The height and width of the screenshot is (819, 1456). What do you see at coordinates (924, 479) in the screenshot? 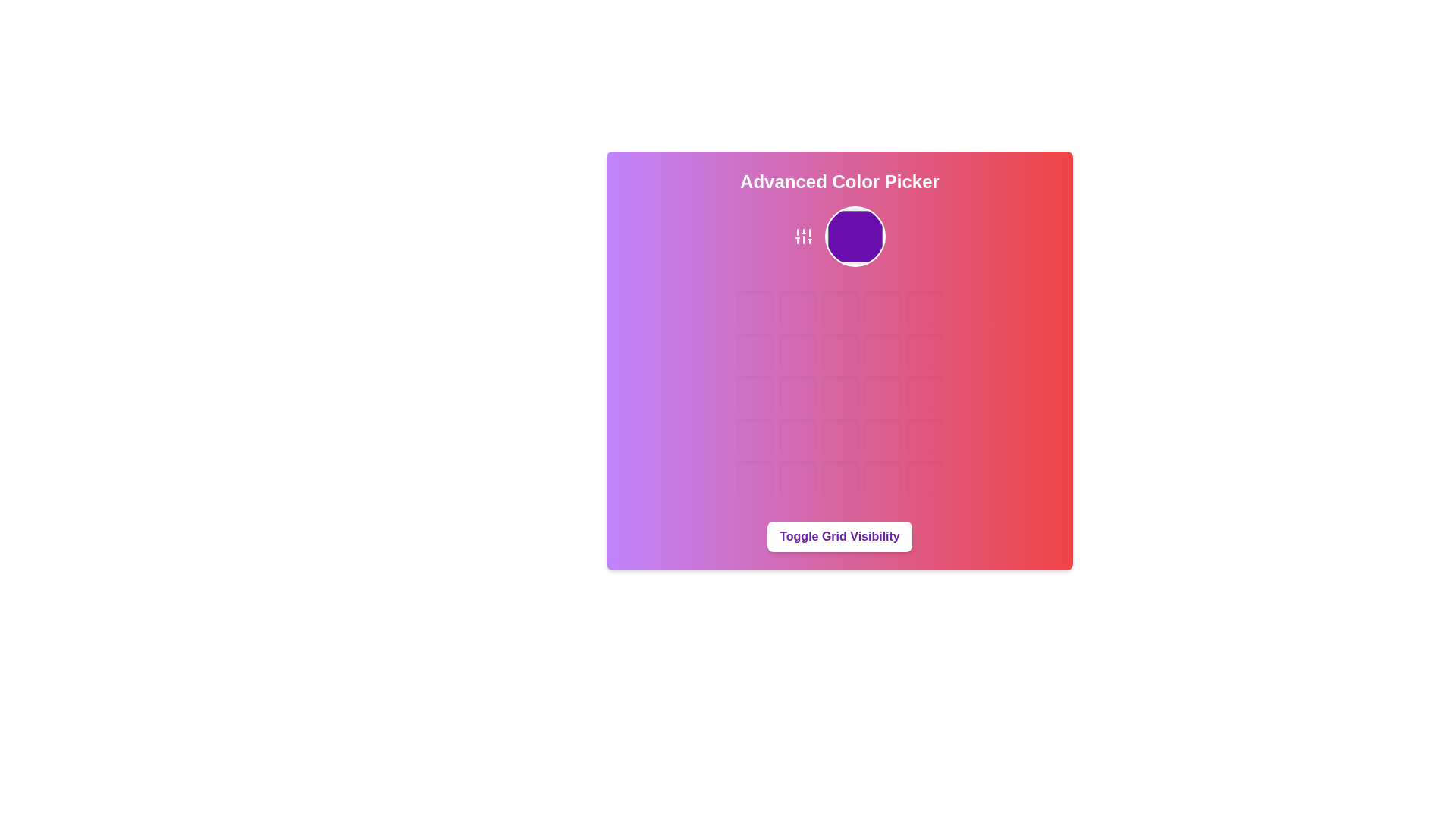
I see `the bottom-right corner cell of the 12x12 grid segment styled with rounded corners and a subtle shadow effect` at bounding box center [924, 479].